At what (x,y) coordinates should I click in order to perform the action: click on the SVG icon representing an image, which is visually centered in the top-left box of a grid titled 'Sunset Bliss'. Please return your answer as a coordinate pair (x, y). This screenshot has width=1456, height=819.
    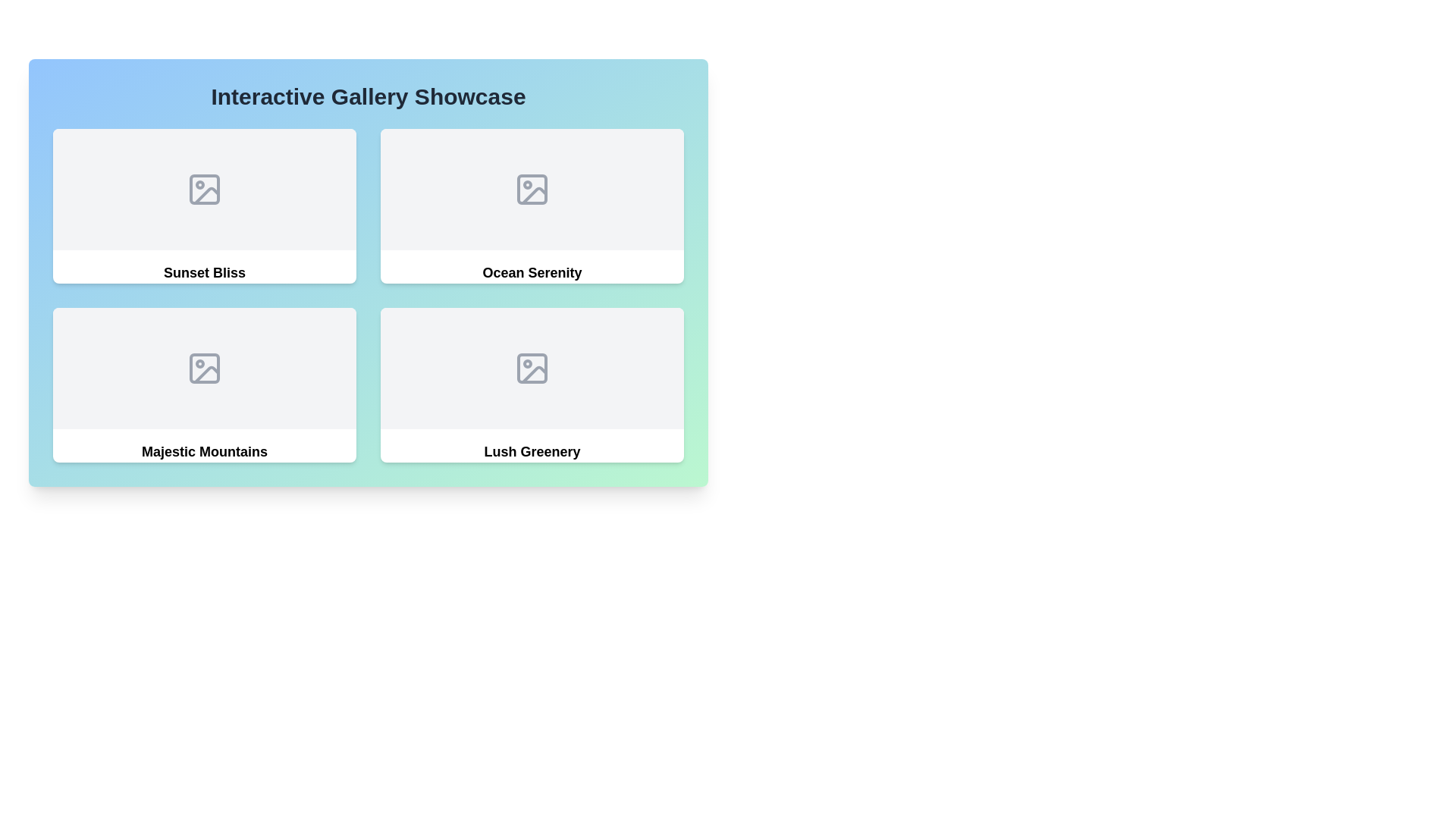
    Looking at the image, I should click on (203, 189).